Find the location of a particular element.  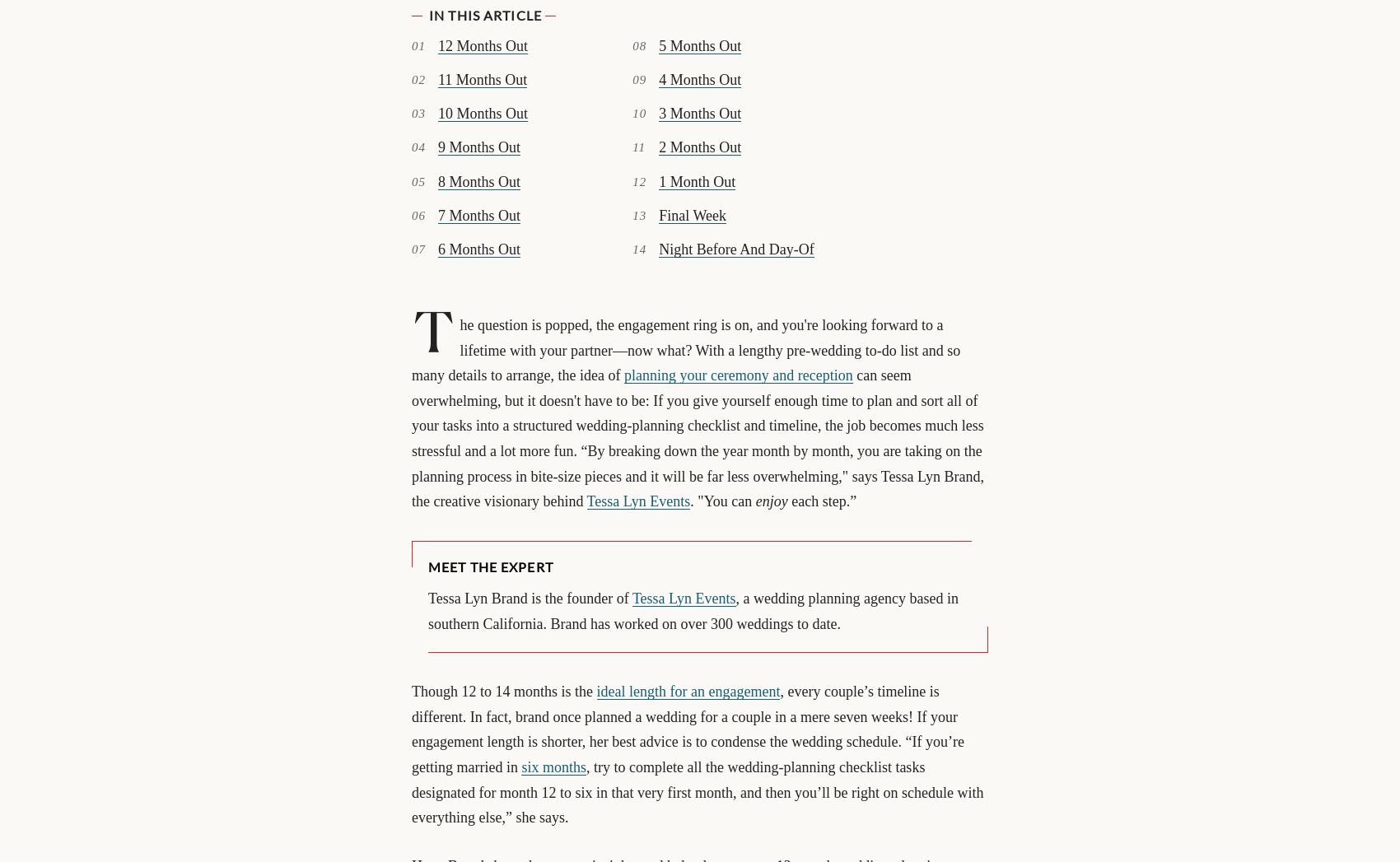

'10 Months Out' is located at coordinates (482, 112).